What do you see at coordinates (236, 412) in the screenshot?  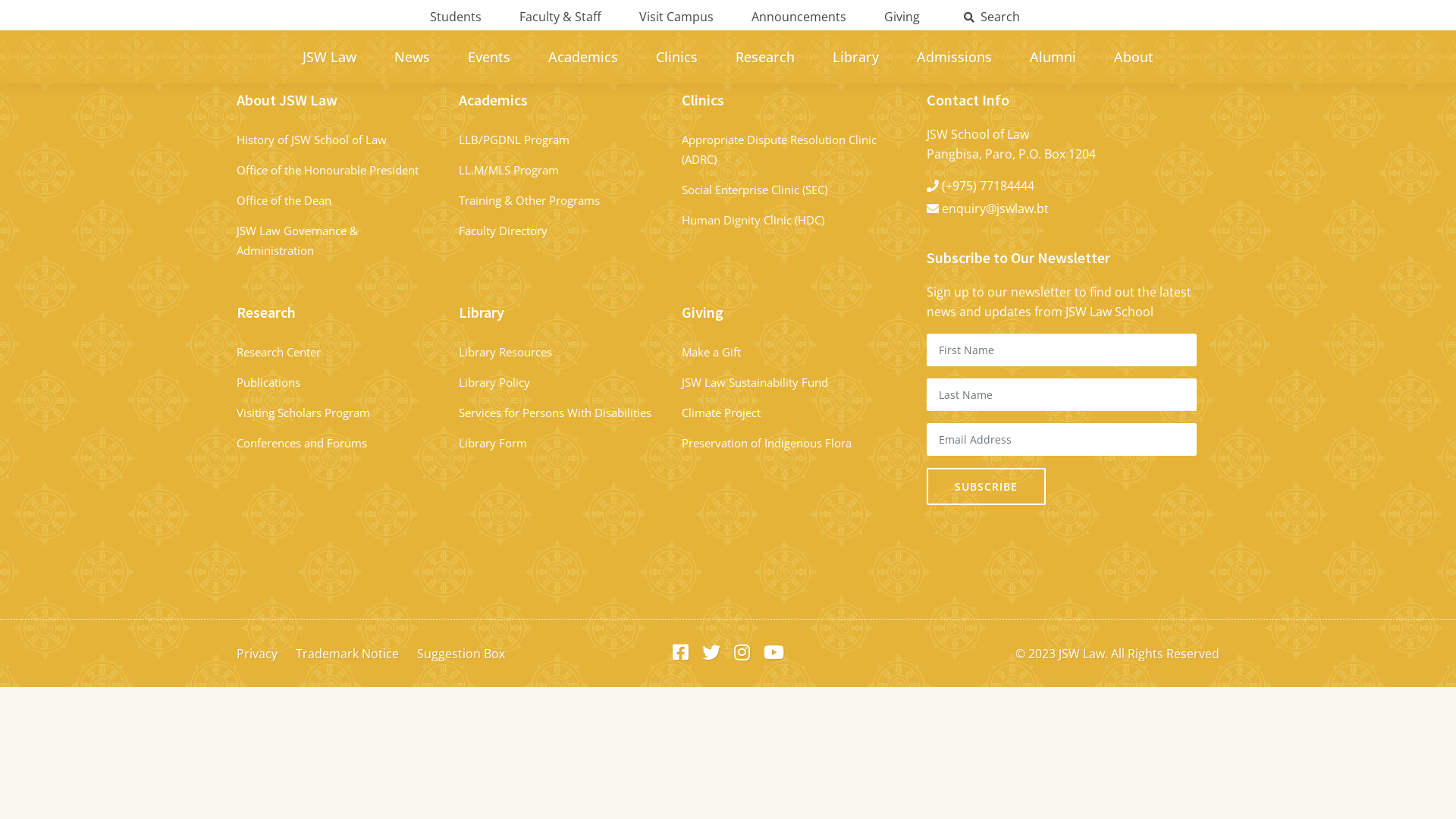 I see `'Visiting Scholars Program'` at bounding box center [236, 412].